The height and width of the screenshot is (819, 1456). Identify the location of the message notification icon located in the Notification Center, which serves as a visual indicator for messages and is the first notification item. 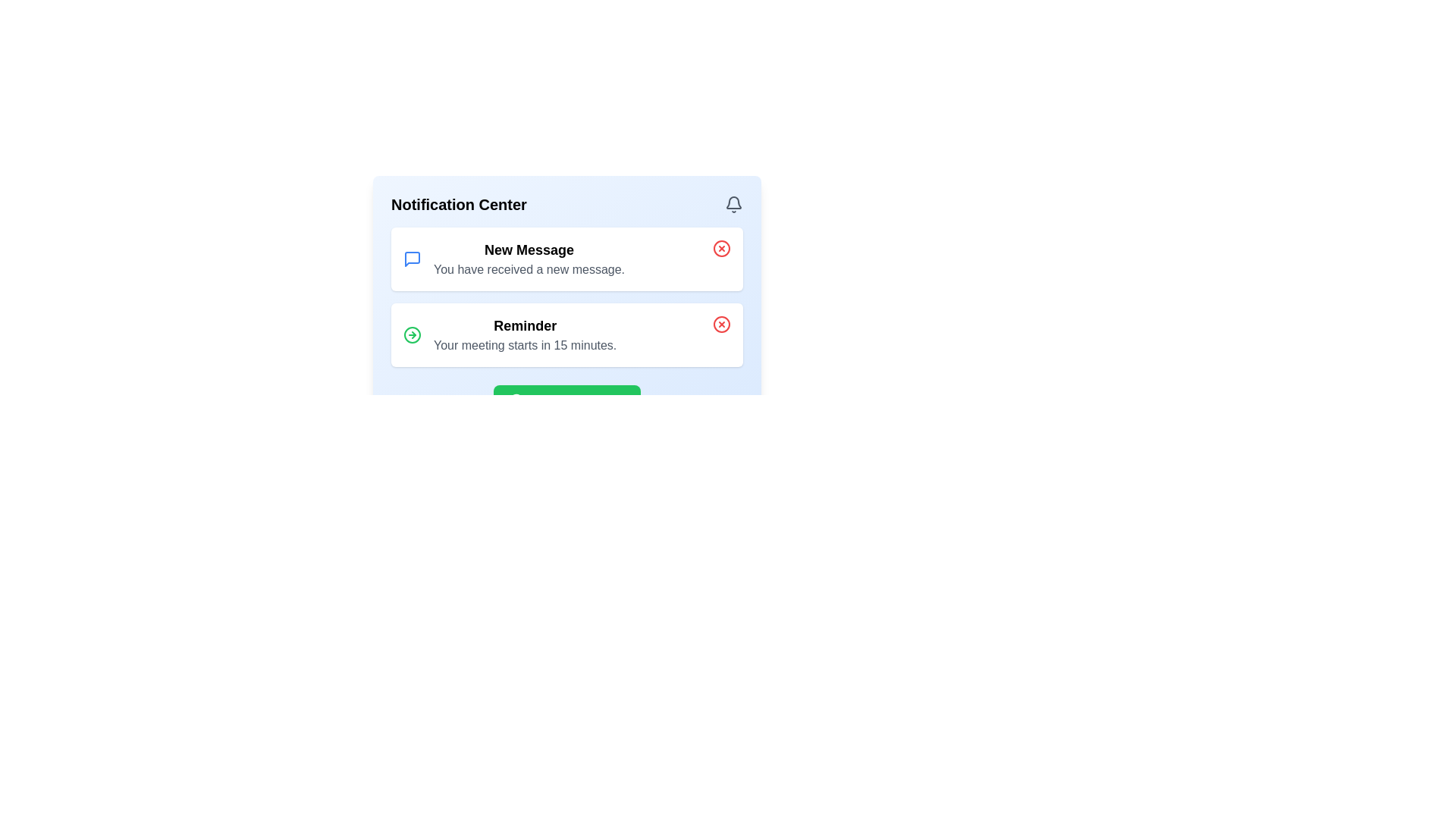
(412, 259).